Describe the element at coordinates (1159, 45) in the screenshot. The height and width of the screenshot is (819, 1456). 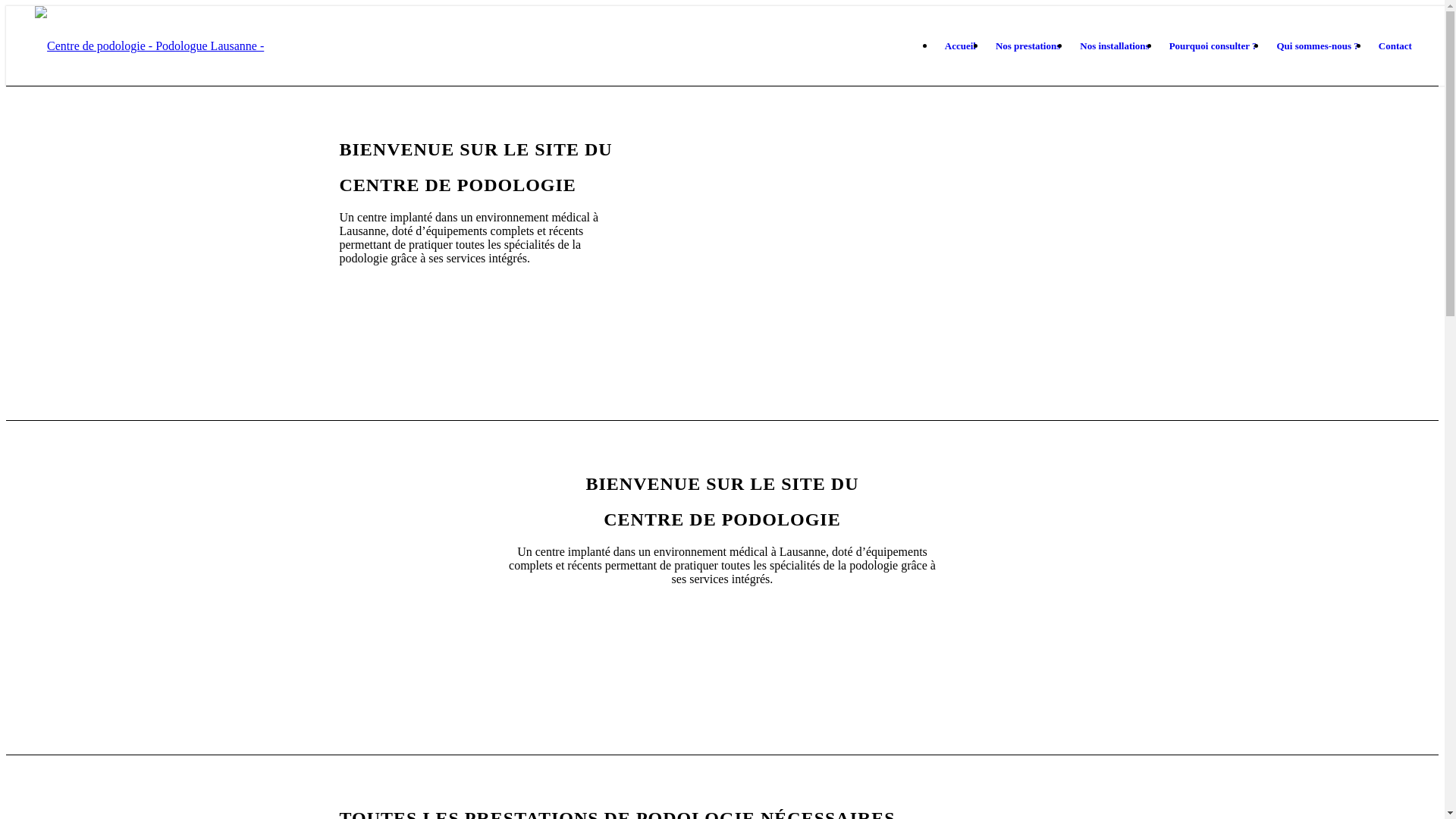
I see `'Pourquoi consulter ?'` at that location.